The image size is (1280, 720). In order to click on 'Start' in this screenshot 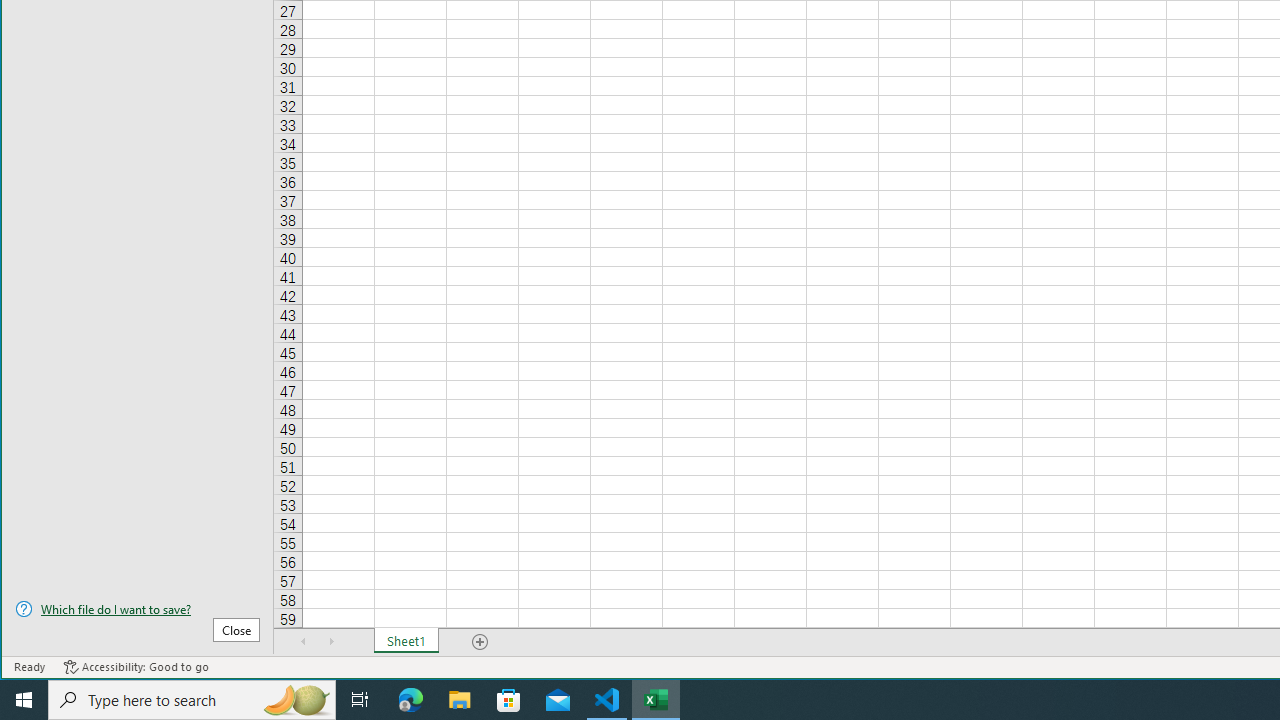, I will do `click(24, 698)`.